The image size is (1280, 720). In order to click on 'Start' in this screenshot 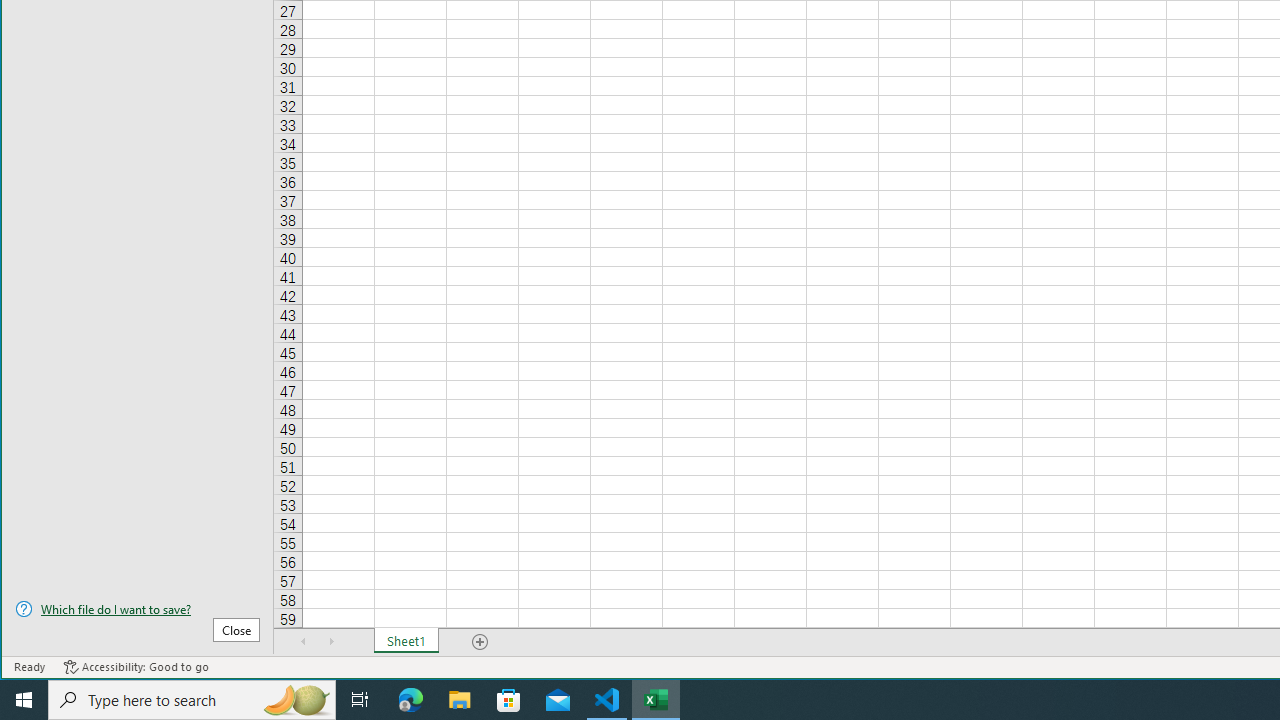, I will do `click(24, 698)`.